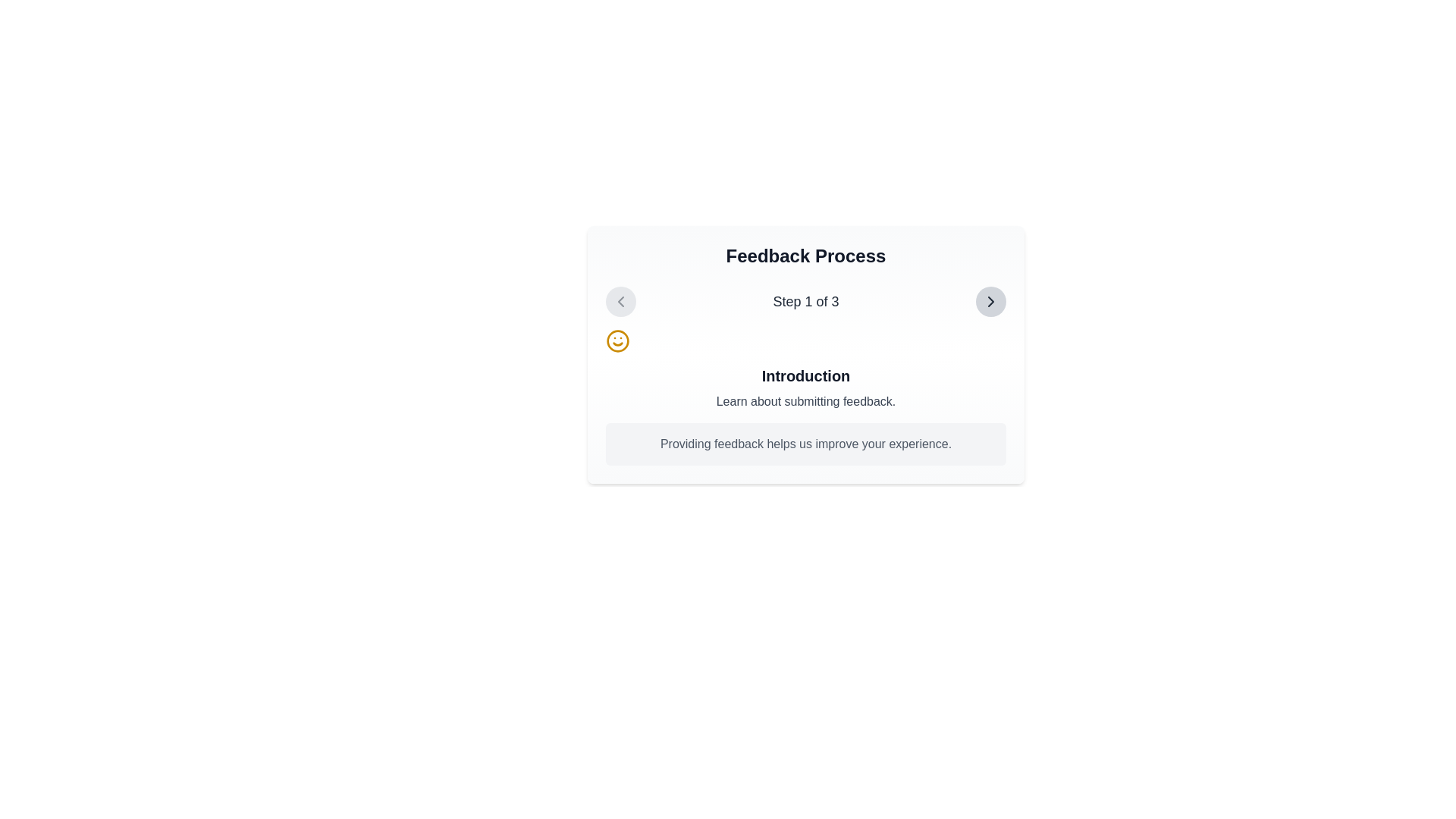 This screenshot has width=1456, height=819. I want to click on the text label that indicates the current step in a multi-step process, which is centrally located between a left navigation arrow and a right navigation arrow, so click(805, 301).